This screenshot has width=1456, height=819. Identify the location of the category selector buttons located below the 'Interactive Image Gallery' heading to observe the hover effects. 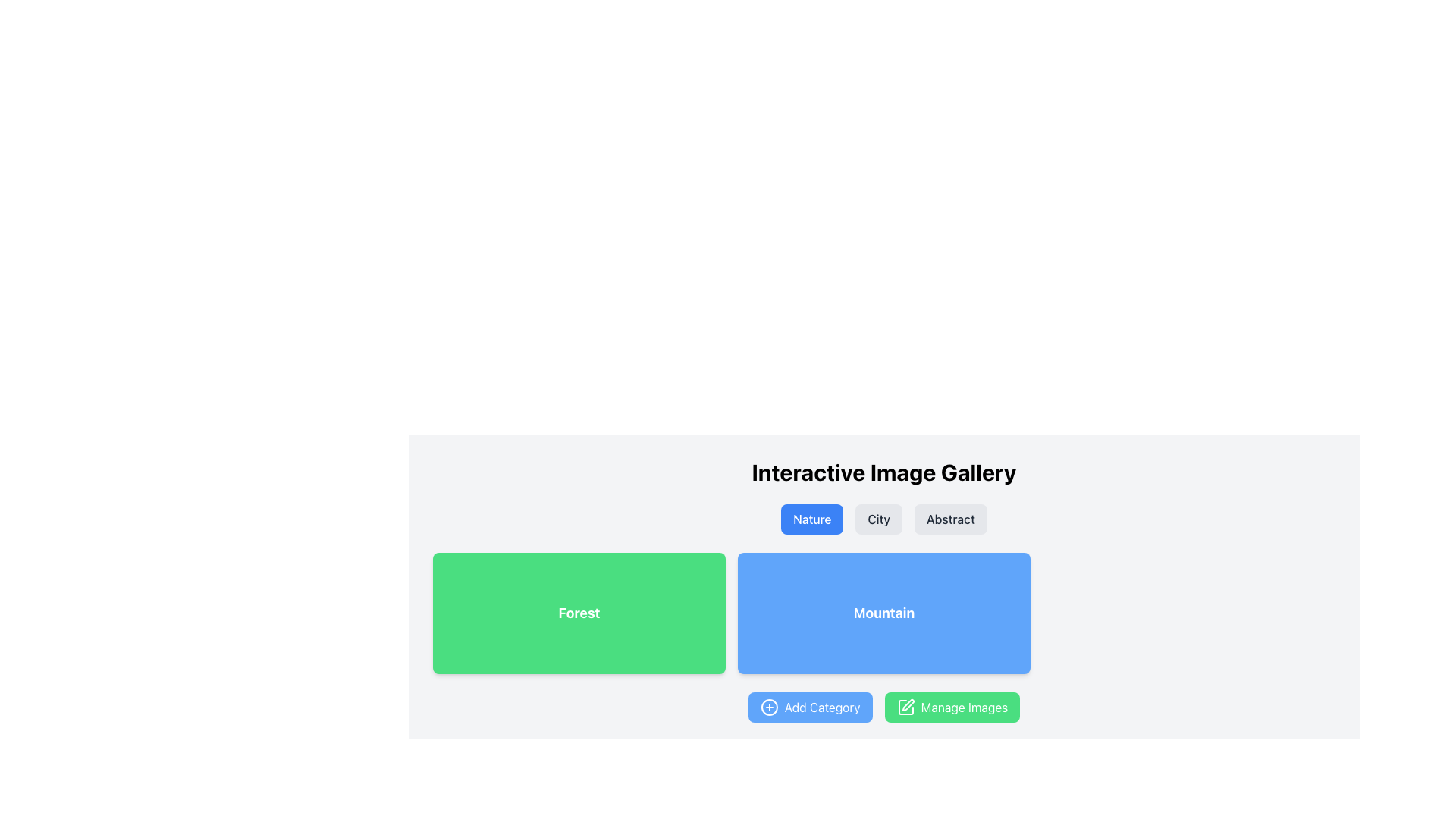
(884, 519).